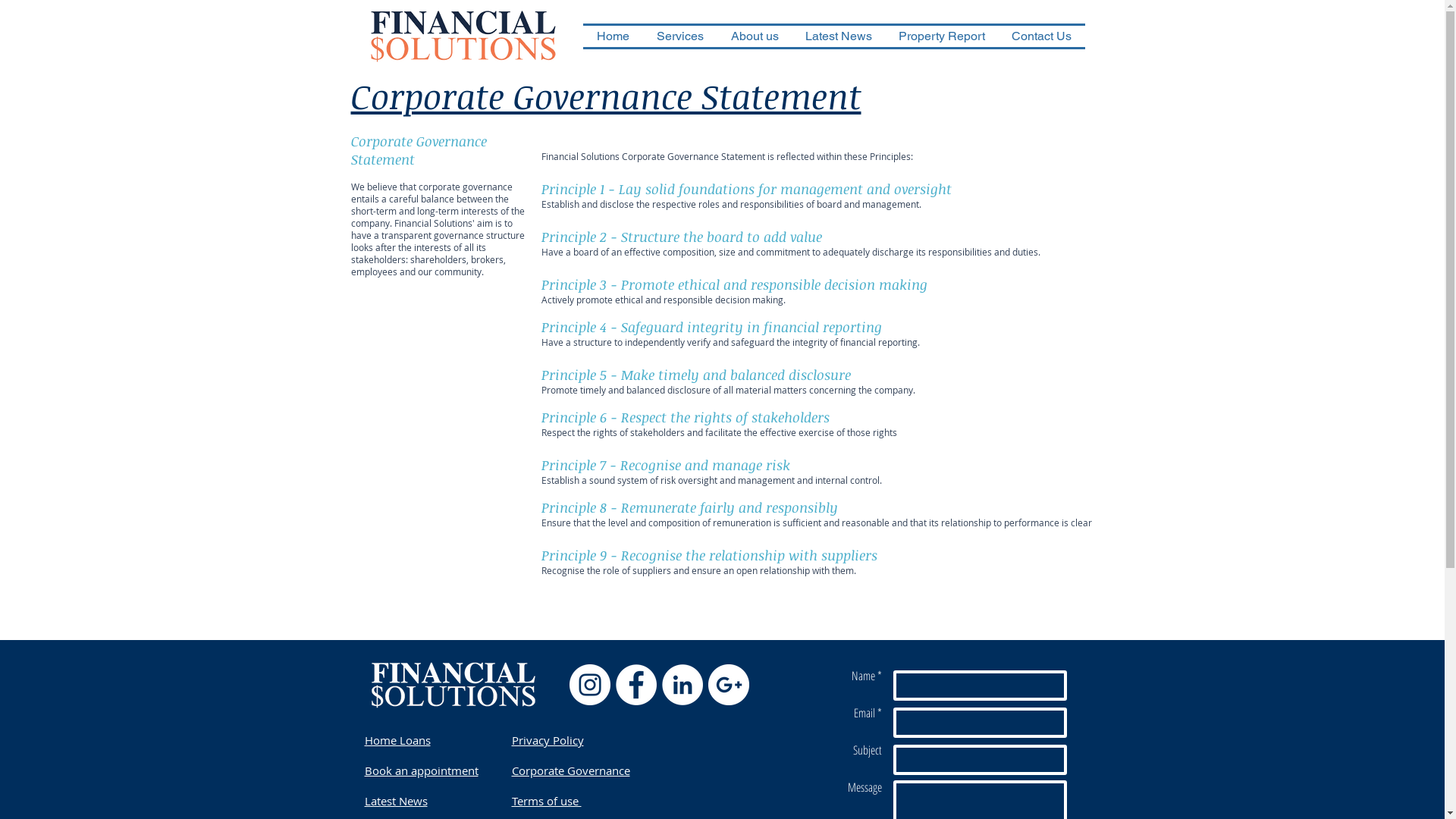 Image resolution: width=1456 pixels, height=819 pixels. What do you see at coordinates (570, 770) in the screenshot?
I see `'Corporate Governance'` at bounding box center [570, 770].